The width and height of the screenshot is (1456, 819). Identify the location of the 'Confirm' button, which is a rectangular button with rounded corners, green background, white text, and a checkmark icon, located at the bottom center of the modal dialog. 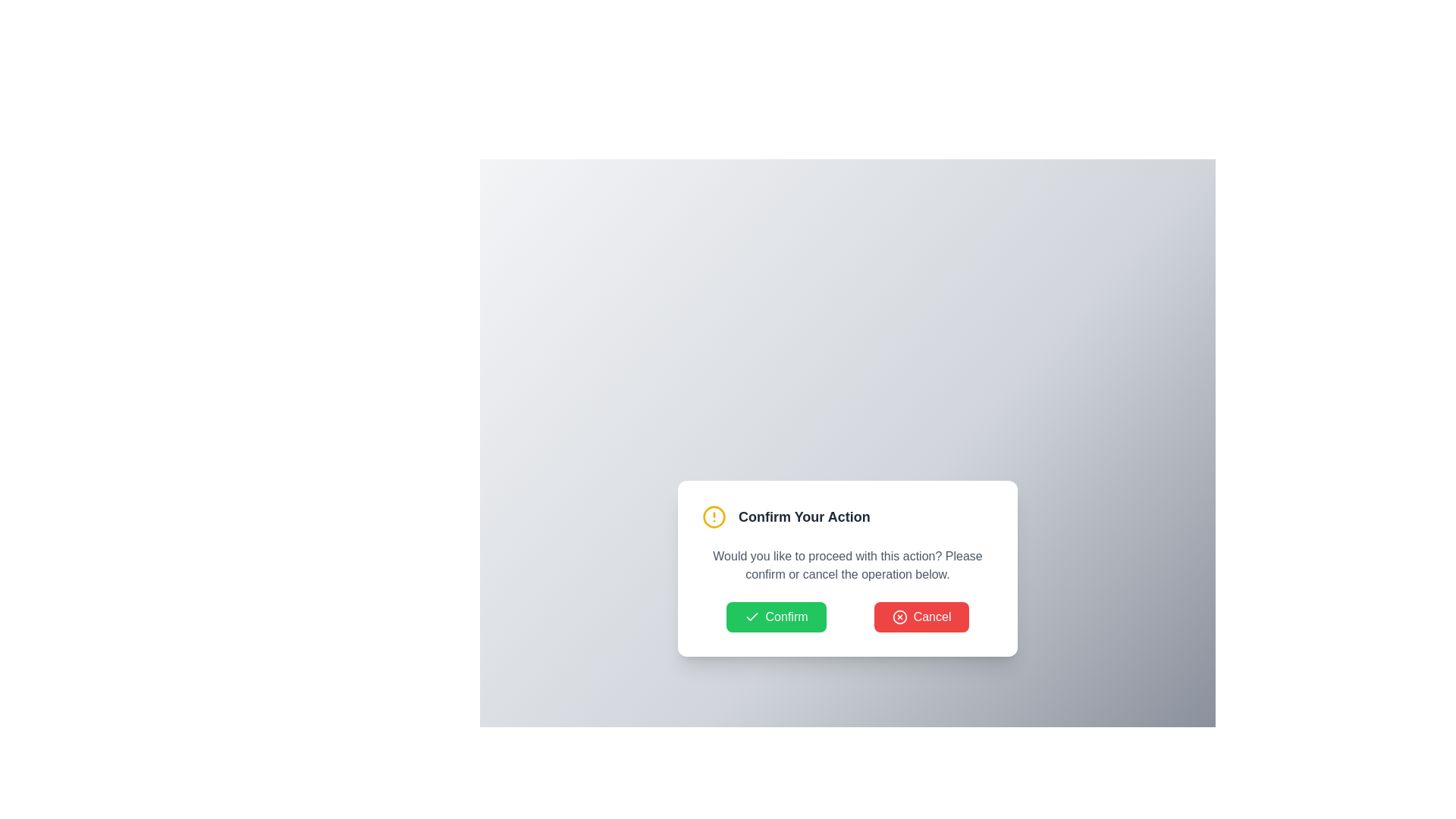
(776, 617).